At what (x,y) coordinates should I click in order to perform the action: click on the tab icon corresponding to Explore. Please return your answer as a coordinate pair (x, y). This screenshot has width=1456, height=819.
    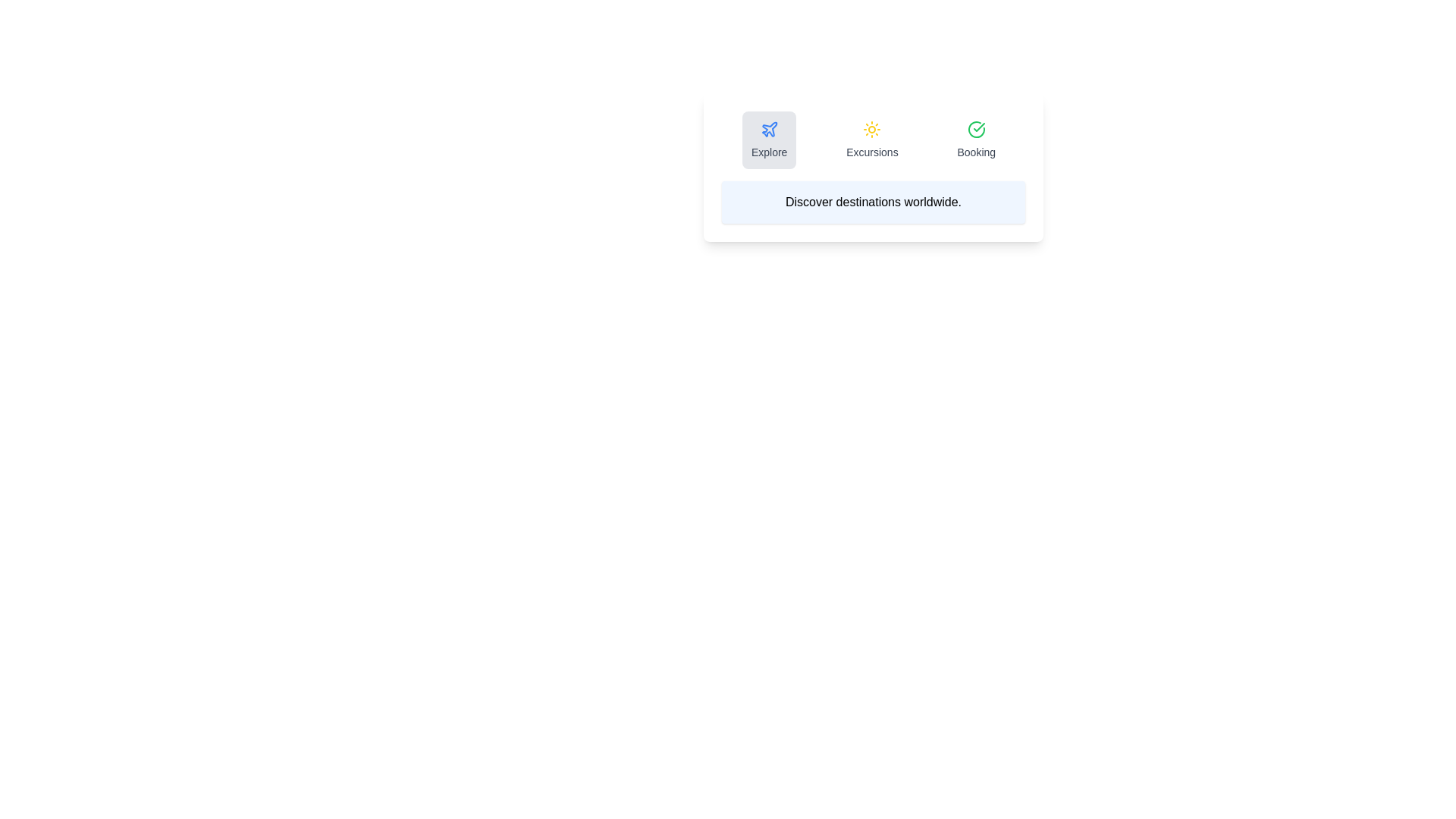
    Looking at the image, I should click on (769, 140).